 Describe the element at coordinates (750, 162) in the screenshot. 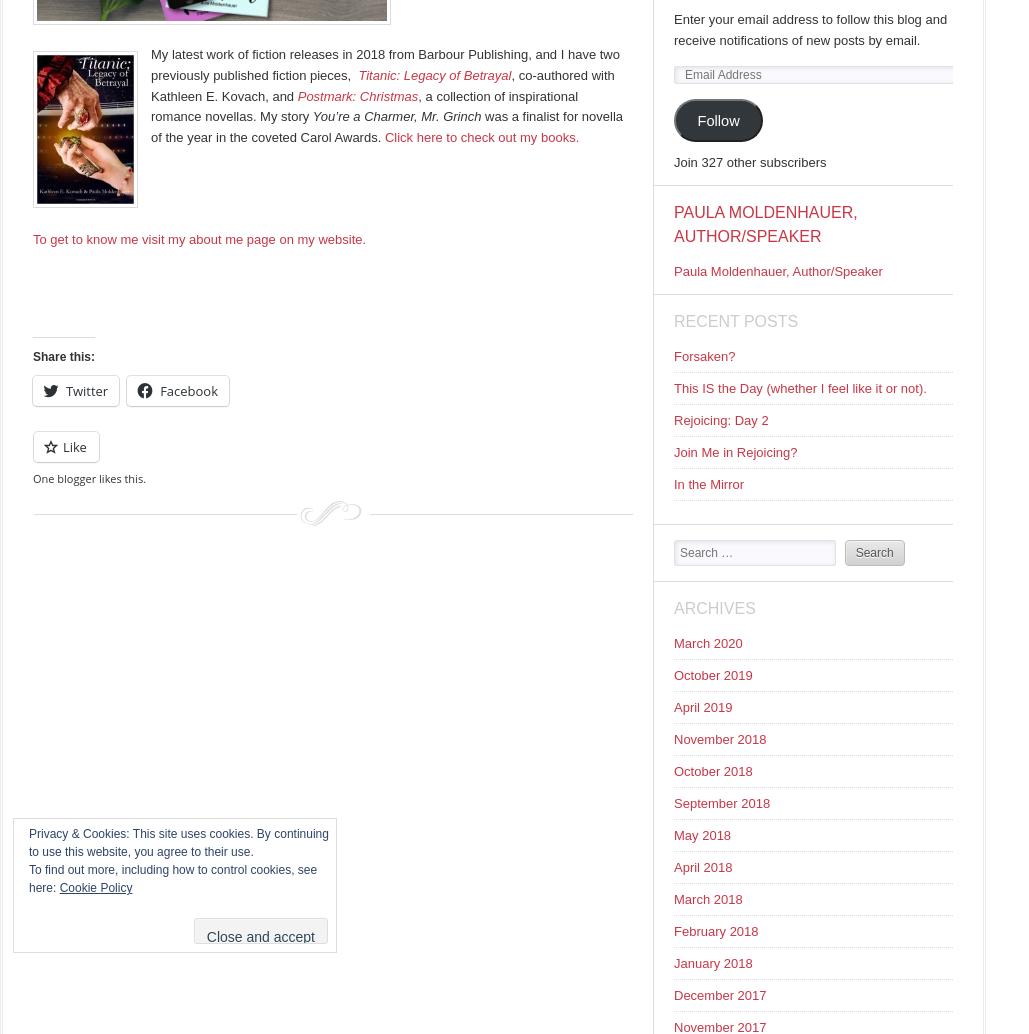

I see `'Join 327 other subscribers'` at that location.